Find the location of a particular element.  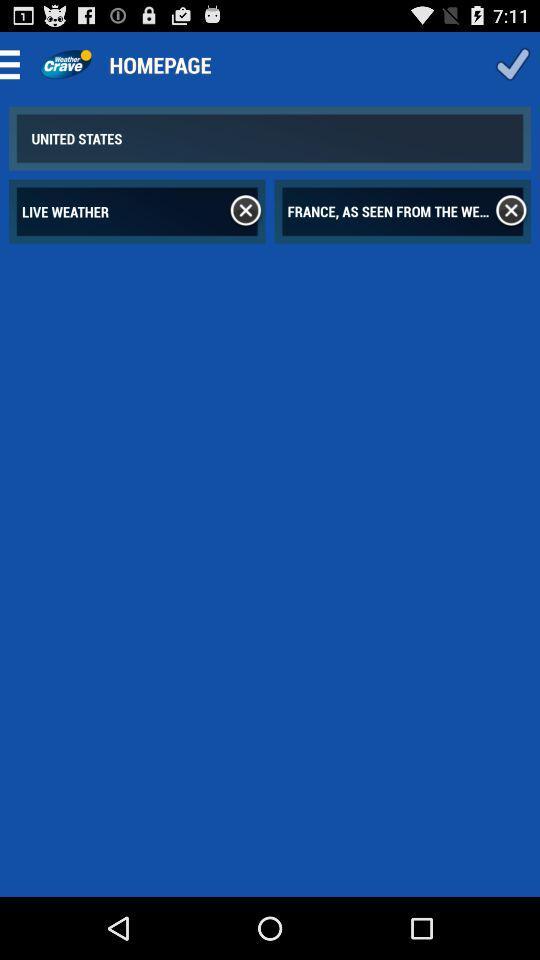

the app above united states item is located at coordinates (65, 64).